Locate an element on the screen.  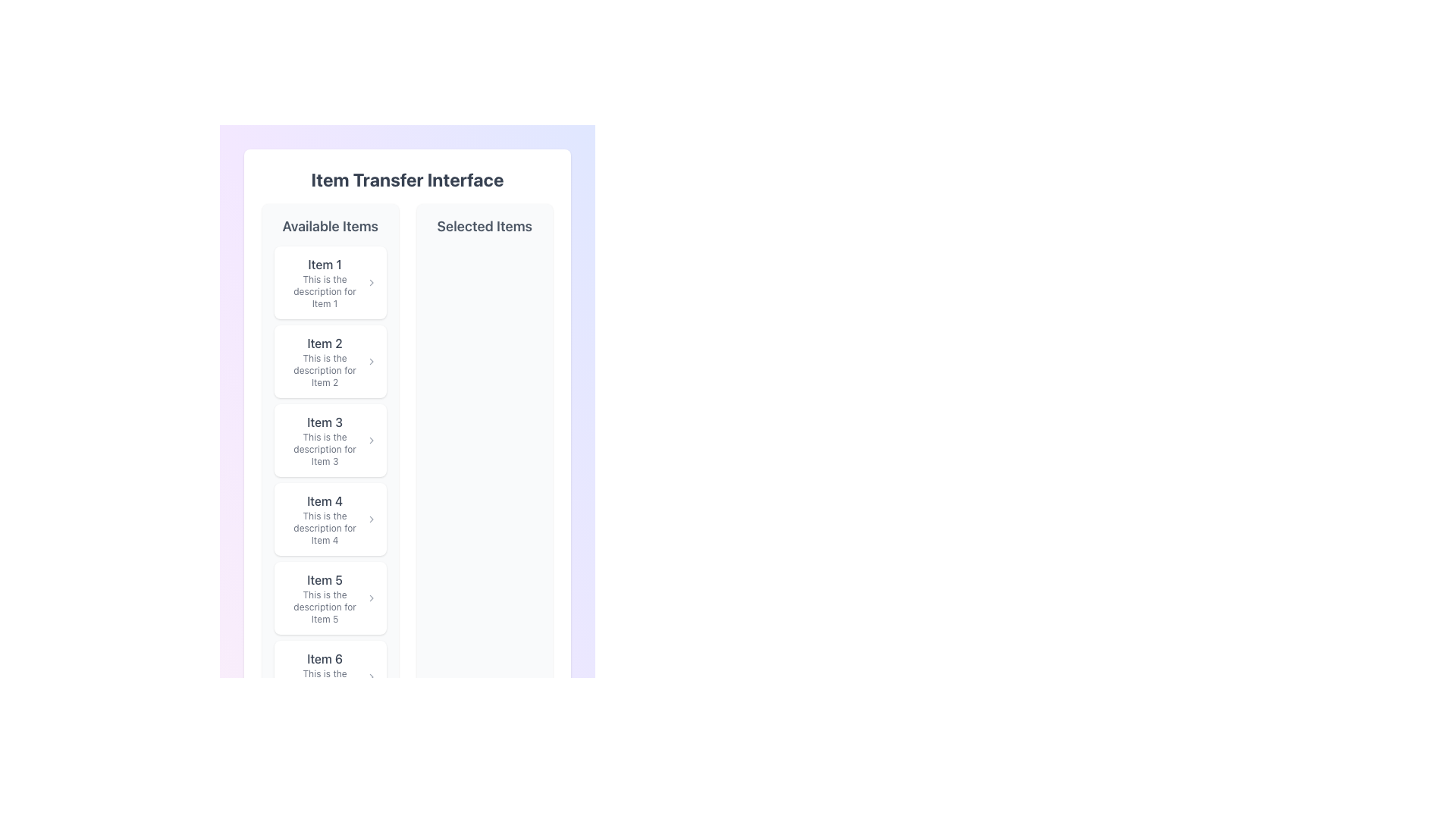
the Text label providing additional information relevant to 'Item 1' located in the 'Available Items' section is located at coordinates (324, 292).